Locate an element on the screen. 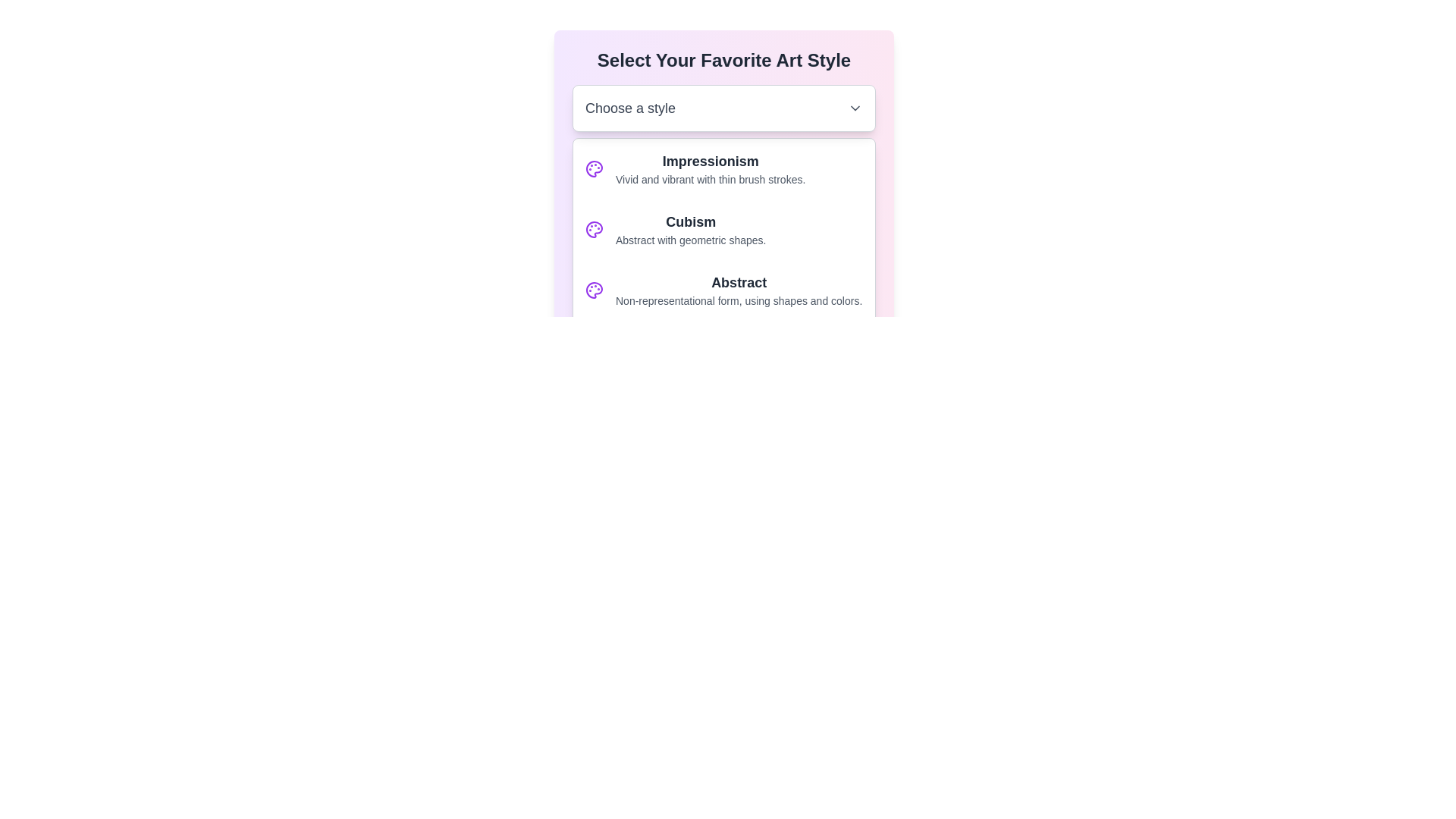 Image resolution: width=1456 pixels, height=819 pixels. the Text Label that provides supplementary information for the 'Abstract' art style item, which is positioned below the 'Abstract' element in the list is located at coordinates (739, 301).